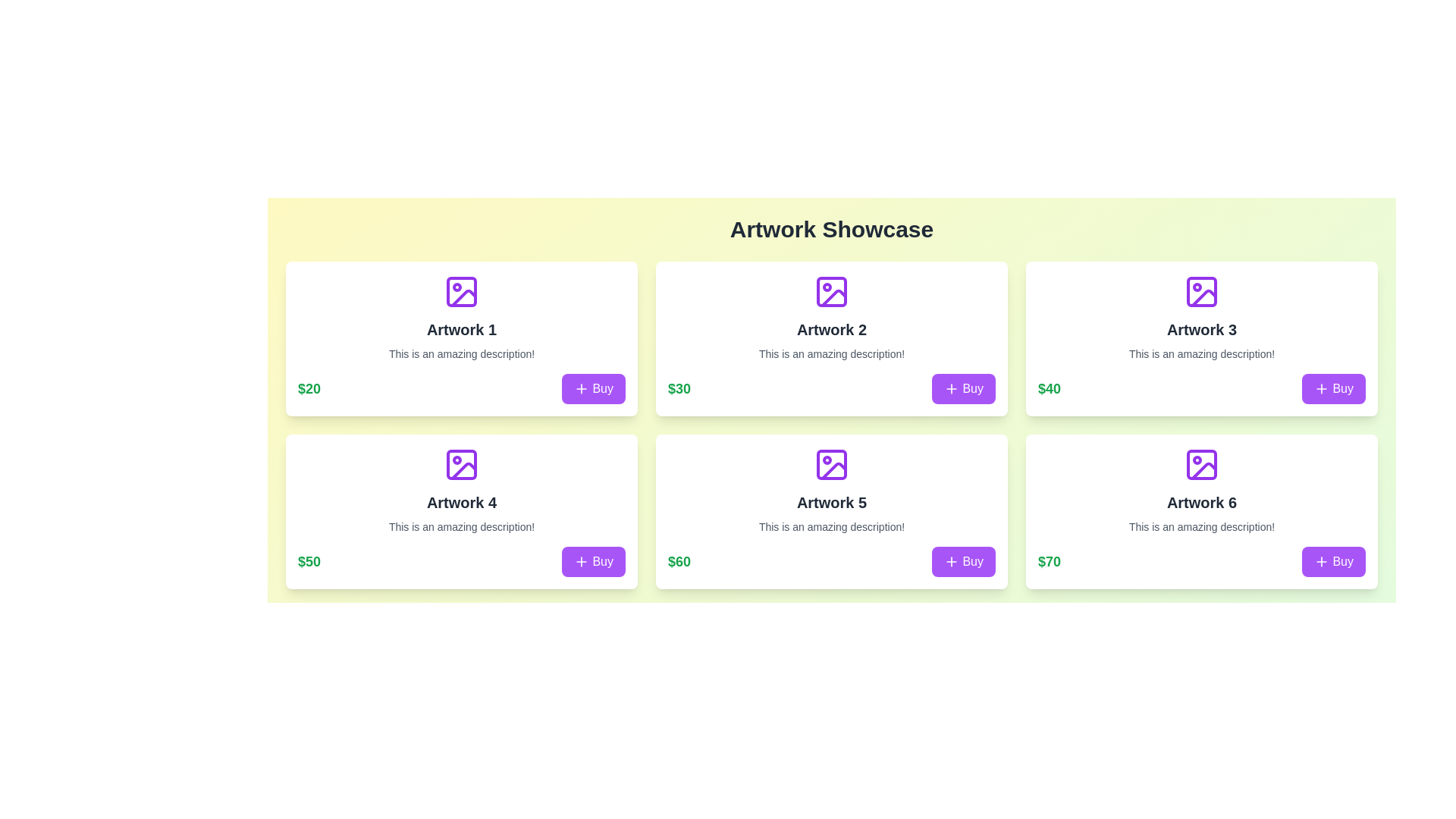  I want to click on the plus symbol icon embedded within the 'Buy' button located at the bottom-right corner of the card labeled 'Artwork 2', so click(581, 388).